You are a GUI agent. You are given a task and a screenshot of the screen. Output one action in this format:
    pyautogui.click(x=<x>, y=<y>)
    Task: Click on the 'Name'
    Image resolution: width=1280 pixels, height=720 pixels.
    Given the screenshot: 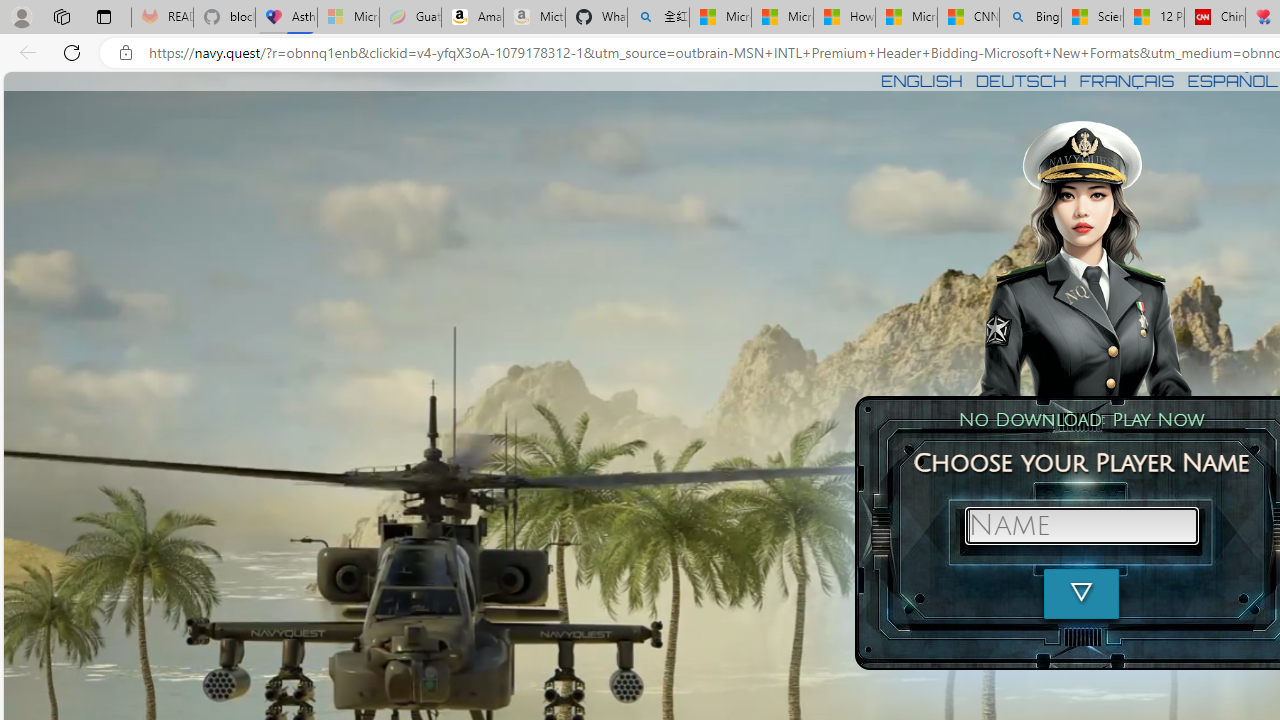 What is the action you would take?
    pyautogui.click(x=1080, y=524)
    